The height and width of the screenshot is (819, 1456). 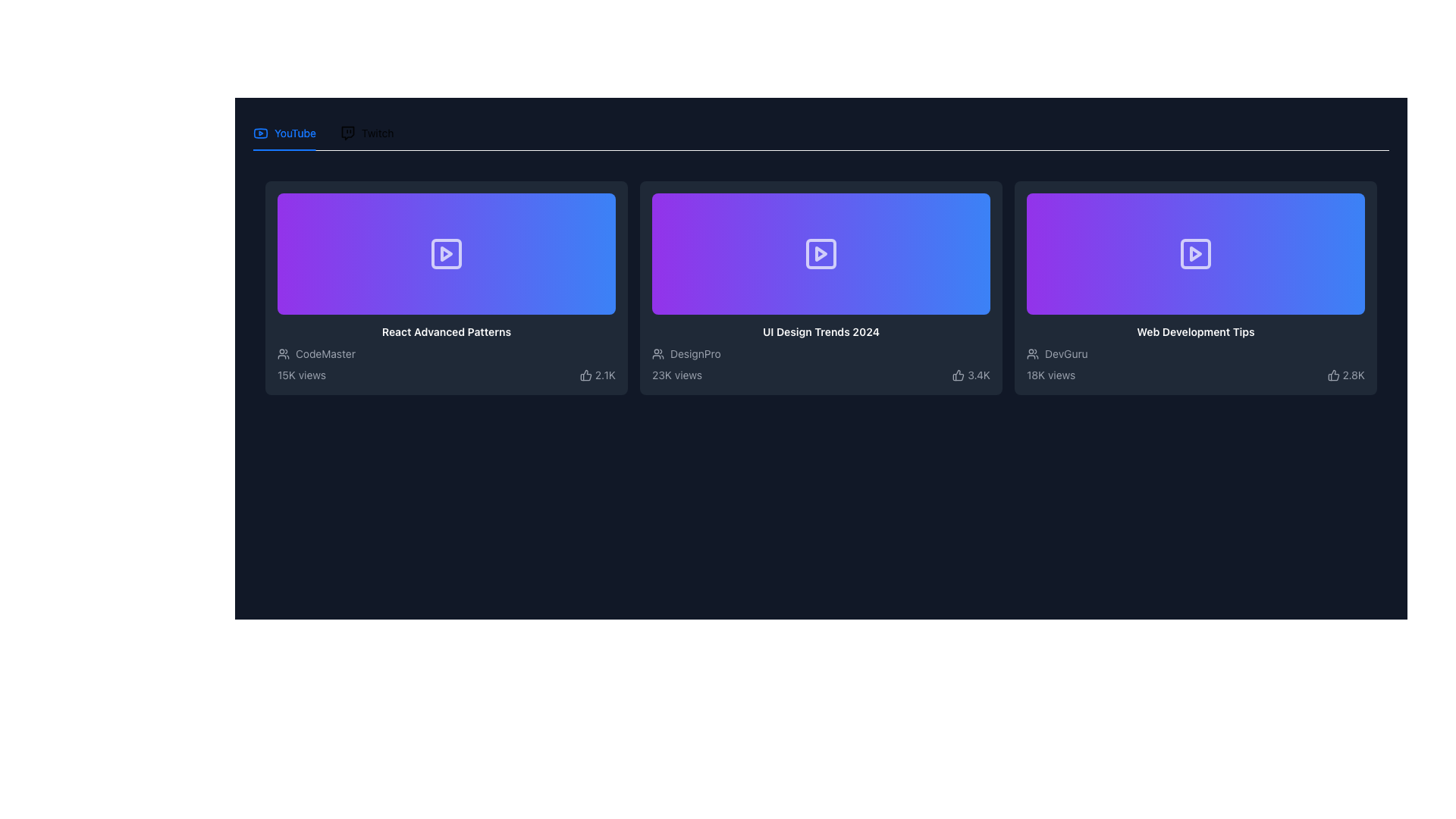 I want to click on the 'YouTube' tab in the Tablist UI component to keep it selected, as it is currently highlighted with a blue underline and bold styling, so click(x=821, y=133).